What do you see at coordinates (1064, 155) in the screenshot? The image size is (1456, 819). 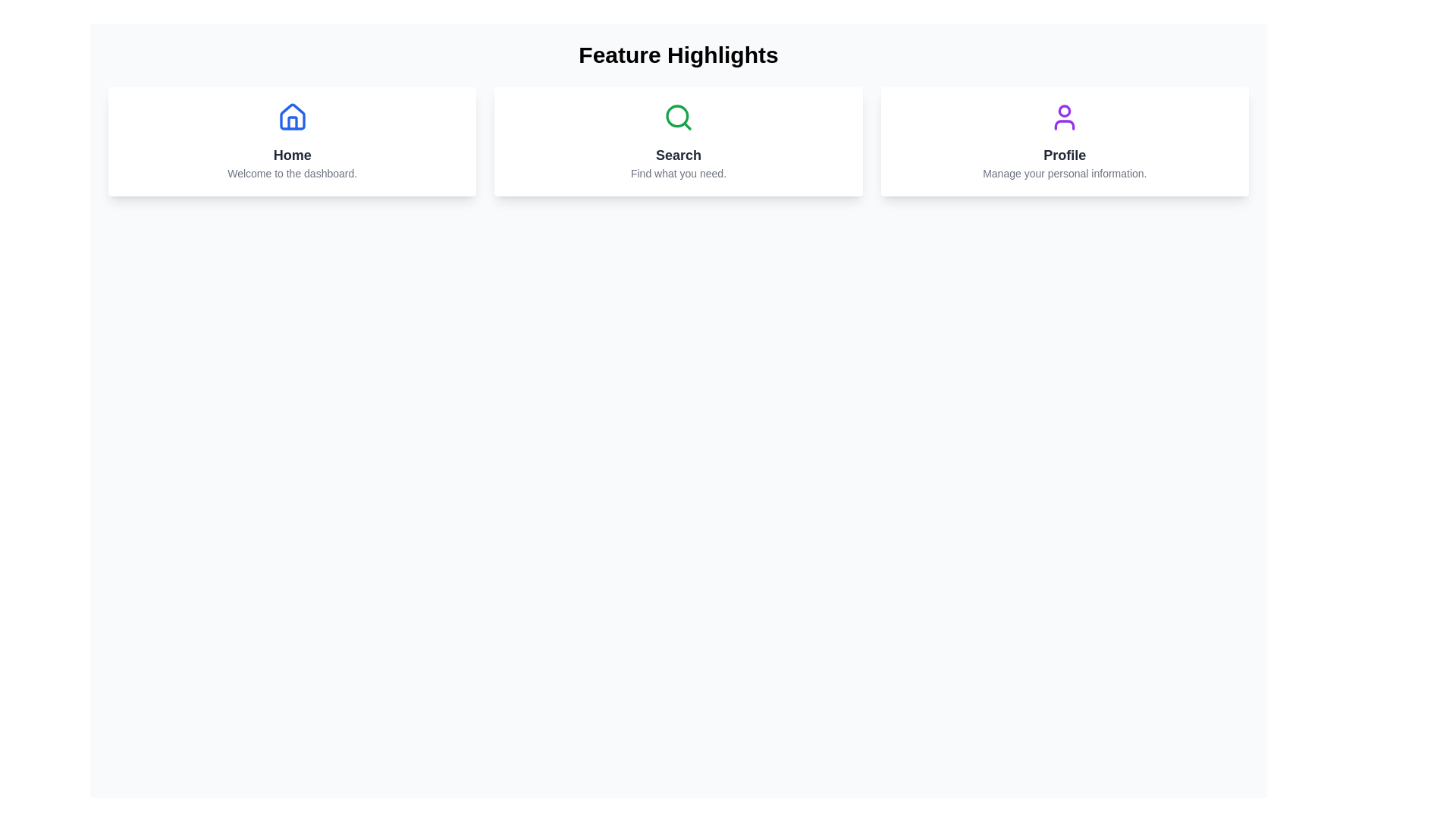 I see `the header-style text label located at the top center of the white card, which is positioned below the icon and above the descriptive text` at bounding box center [1064, 155].